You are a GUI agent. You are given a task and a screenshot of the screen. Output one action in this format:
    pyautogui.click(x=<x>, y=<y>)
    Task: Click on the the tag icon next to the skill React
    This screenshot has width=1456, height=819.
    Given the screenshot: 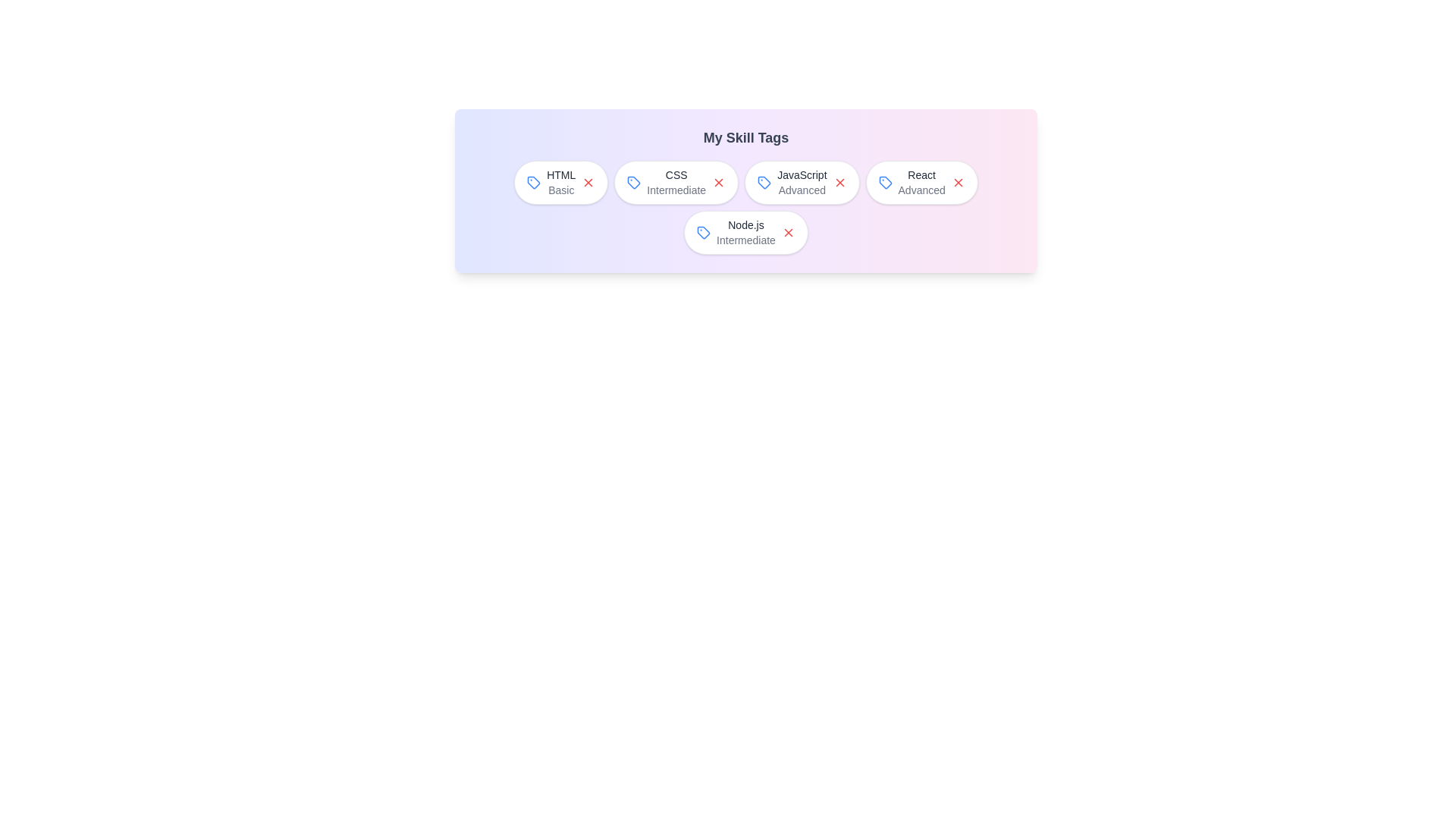 What is the action you would take?
    pyautogui.click(x=885, y=181)
    